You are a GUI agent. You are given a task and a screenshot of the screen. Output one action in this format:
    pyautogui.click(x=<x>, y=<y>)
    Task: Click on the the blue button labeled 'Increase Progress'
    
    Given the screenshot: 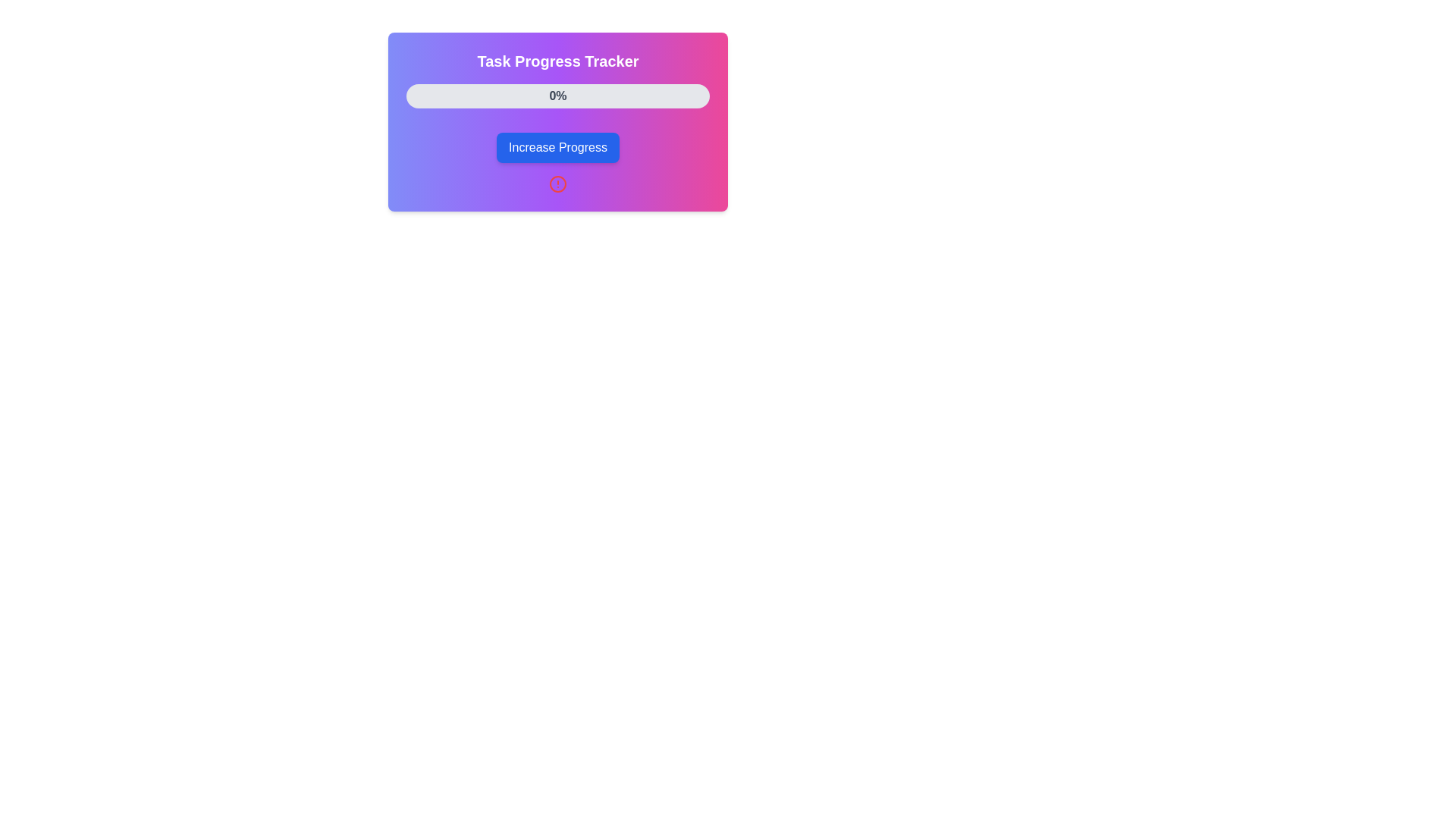 What is the action you would take?
    pyautogui.click(x=557, y=148)
    